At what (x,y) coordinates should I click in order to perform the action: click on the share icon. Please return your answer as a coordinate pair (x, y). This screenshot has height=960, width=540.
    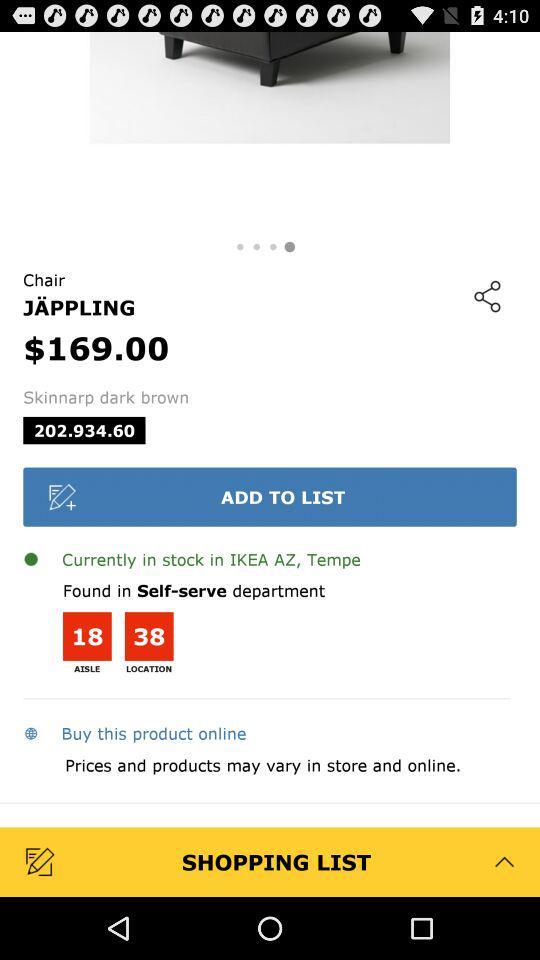
    Looking at the image, I should click on (486, 317).